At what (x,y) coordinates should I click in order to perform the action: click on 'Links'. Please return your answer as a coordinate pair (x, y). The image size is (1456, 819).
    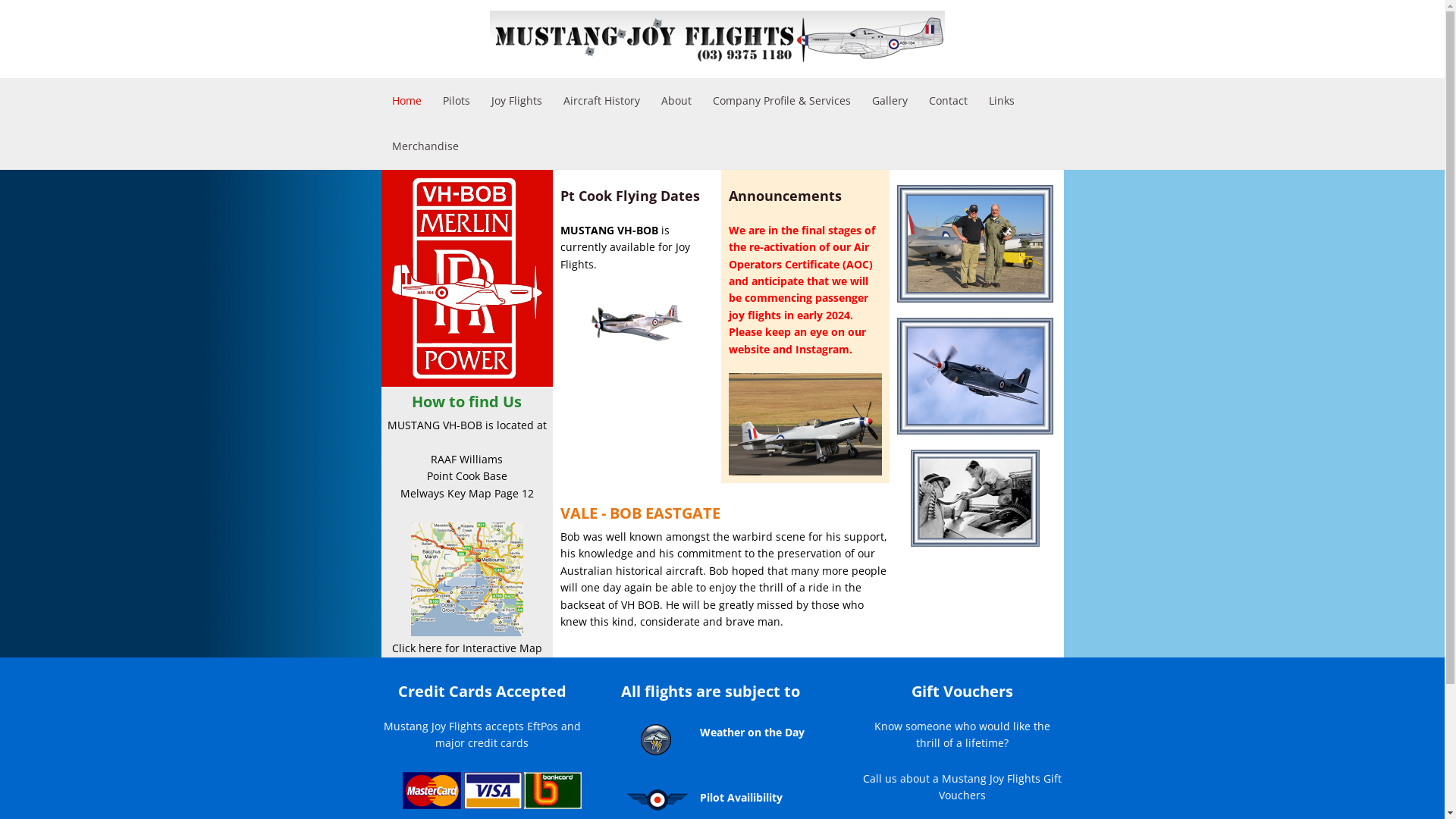
    Looking at the image, I should click on (1001, 100).